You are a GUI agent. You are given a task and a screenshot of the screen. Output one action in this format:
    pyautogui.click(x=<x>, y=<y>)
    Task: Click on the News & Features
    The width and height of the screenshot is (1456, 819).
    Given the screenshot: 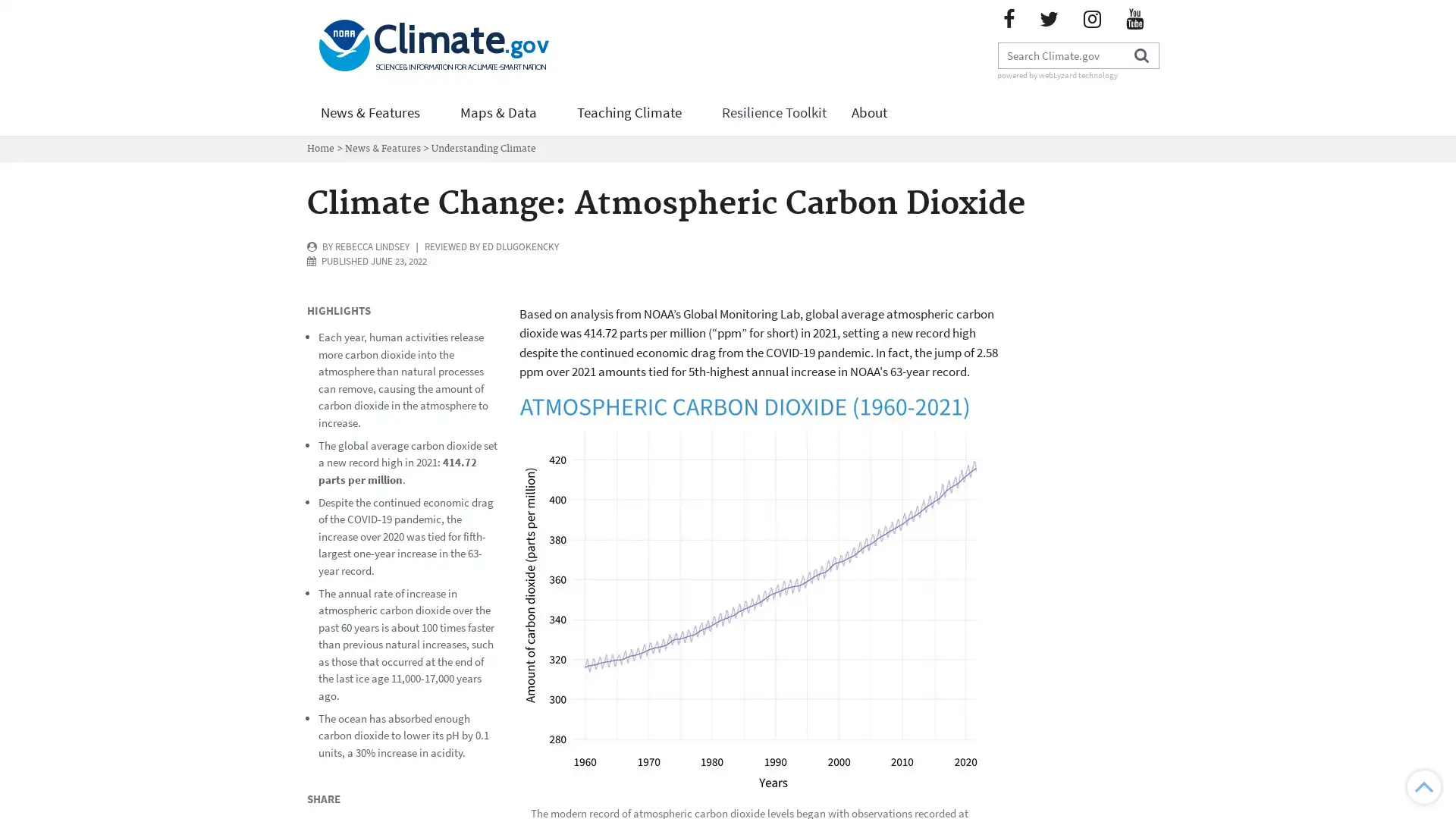 What is the action you would take?
    pyautogui.click(x=378, y=111)
    